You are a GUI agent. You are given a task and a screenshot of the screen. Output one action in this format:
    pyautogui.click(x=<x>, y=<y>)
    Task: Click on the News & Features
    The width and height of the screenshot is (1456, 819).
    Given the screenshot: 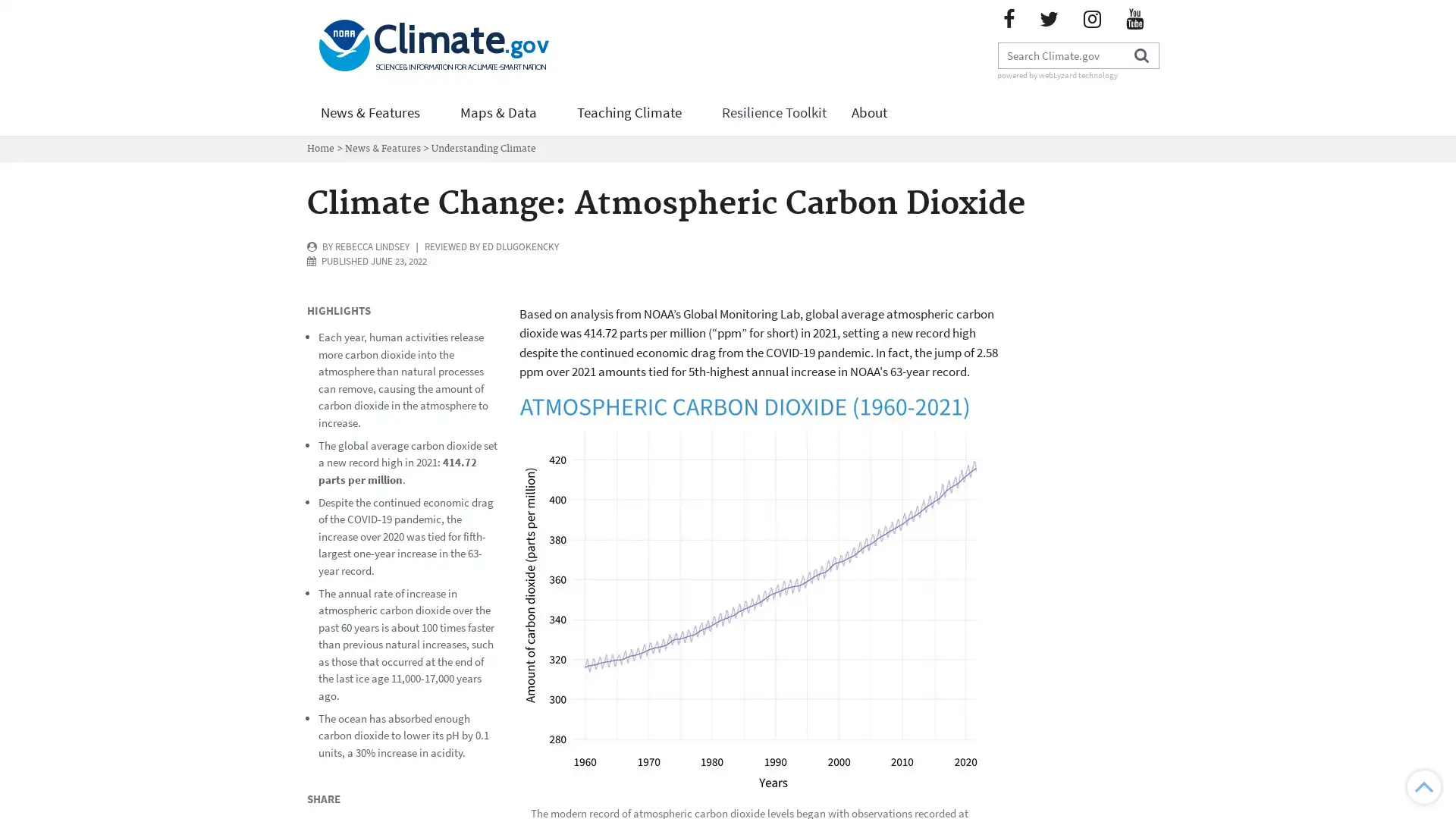 What is the action you would take?
    pyautogui.click(x=378, y=111)
    